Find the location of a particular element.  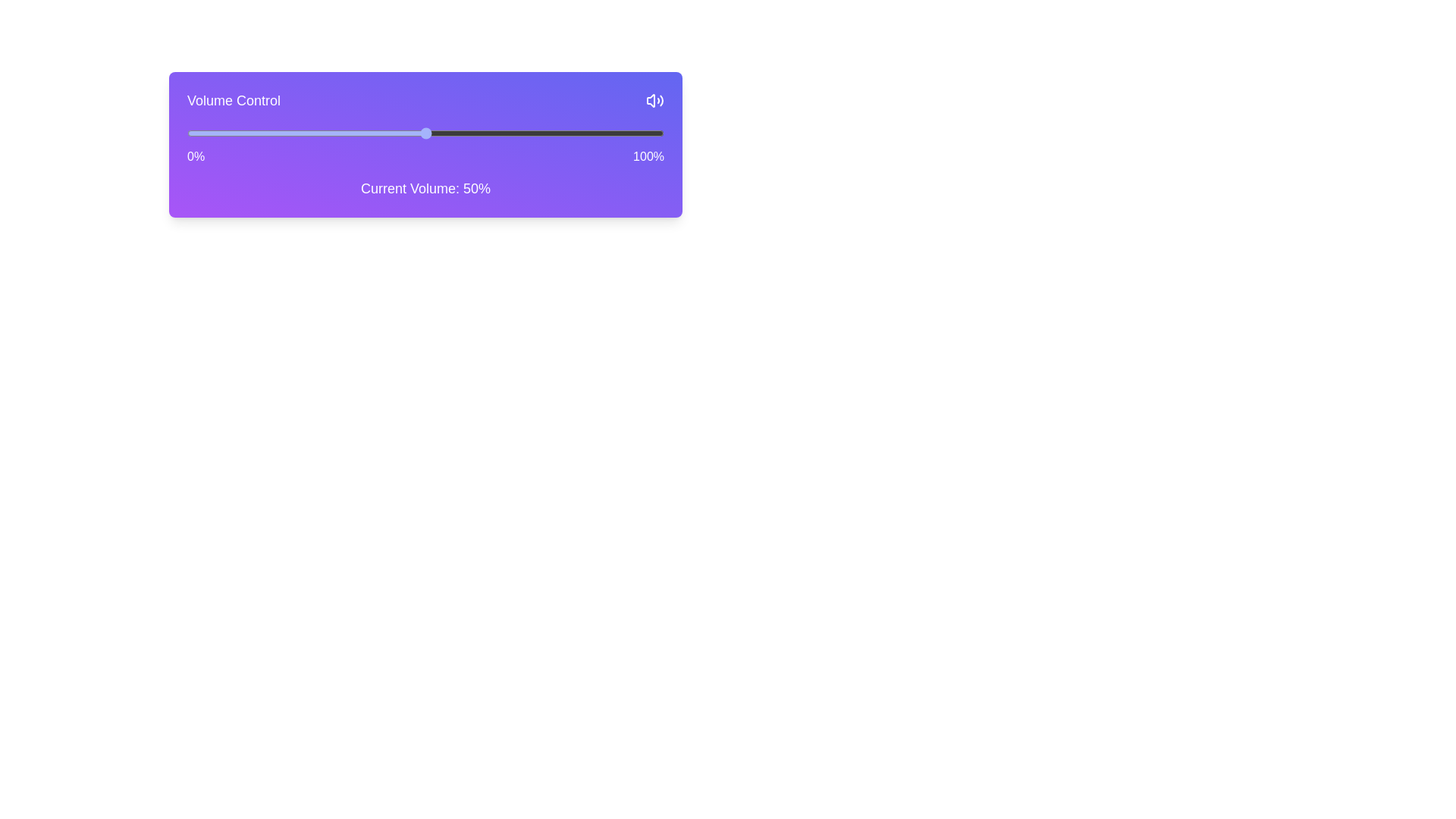

volume level is located at coordinates (659, 133).